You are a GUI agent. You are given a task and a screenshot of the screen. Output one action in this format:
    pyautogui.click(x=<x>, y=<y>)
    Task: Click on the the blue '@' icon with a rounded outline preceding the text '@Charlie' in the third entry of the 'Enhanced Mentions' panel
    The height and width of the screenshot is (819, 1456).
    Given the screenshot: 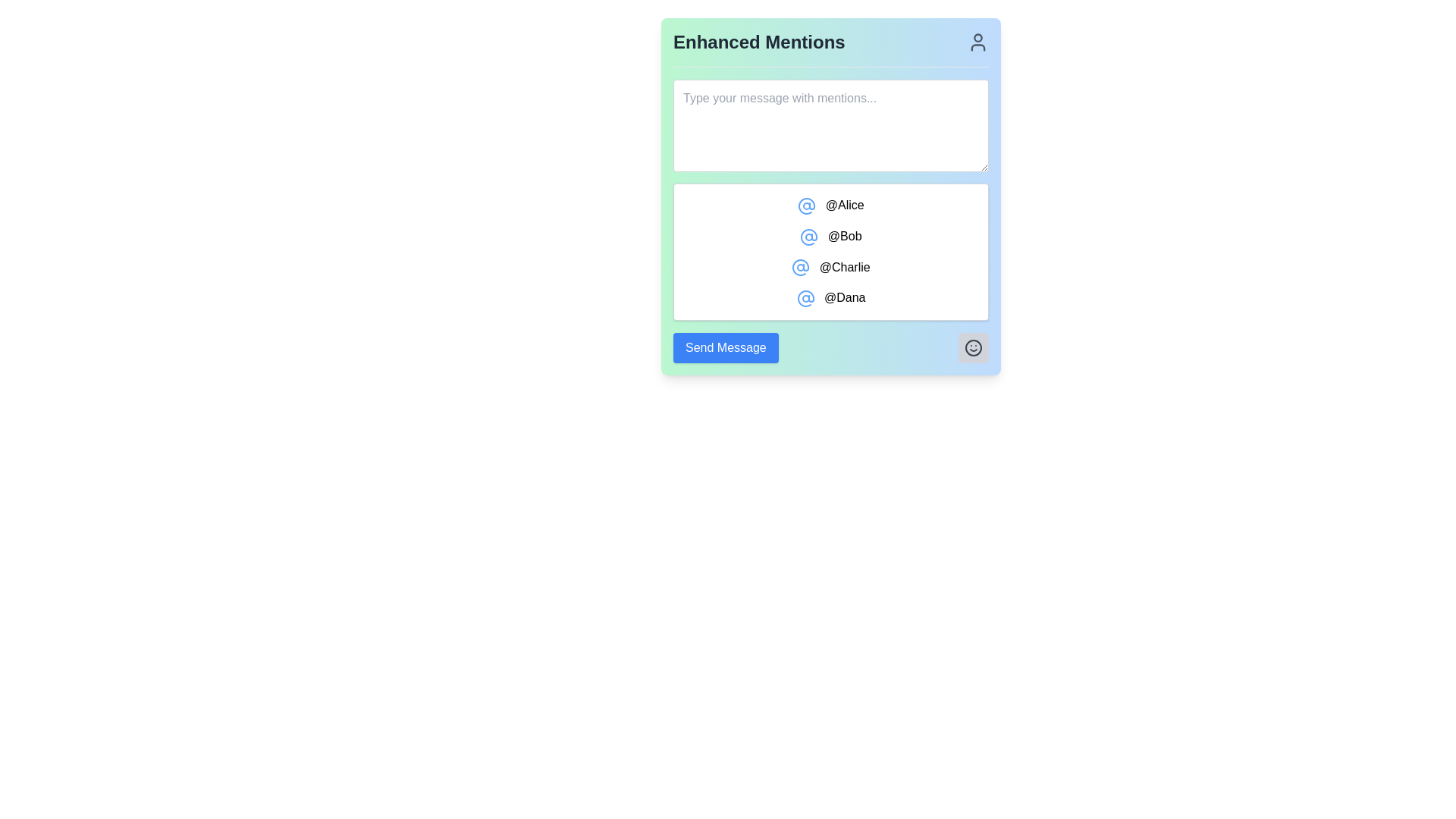 What is the action you would take?
    pyautogui.click(x=800, y=267)
    